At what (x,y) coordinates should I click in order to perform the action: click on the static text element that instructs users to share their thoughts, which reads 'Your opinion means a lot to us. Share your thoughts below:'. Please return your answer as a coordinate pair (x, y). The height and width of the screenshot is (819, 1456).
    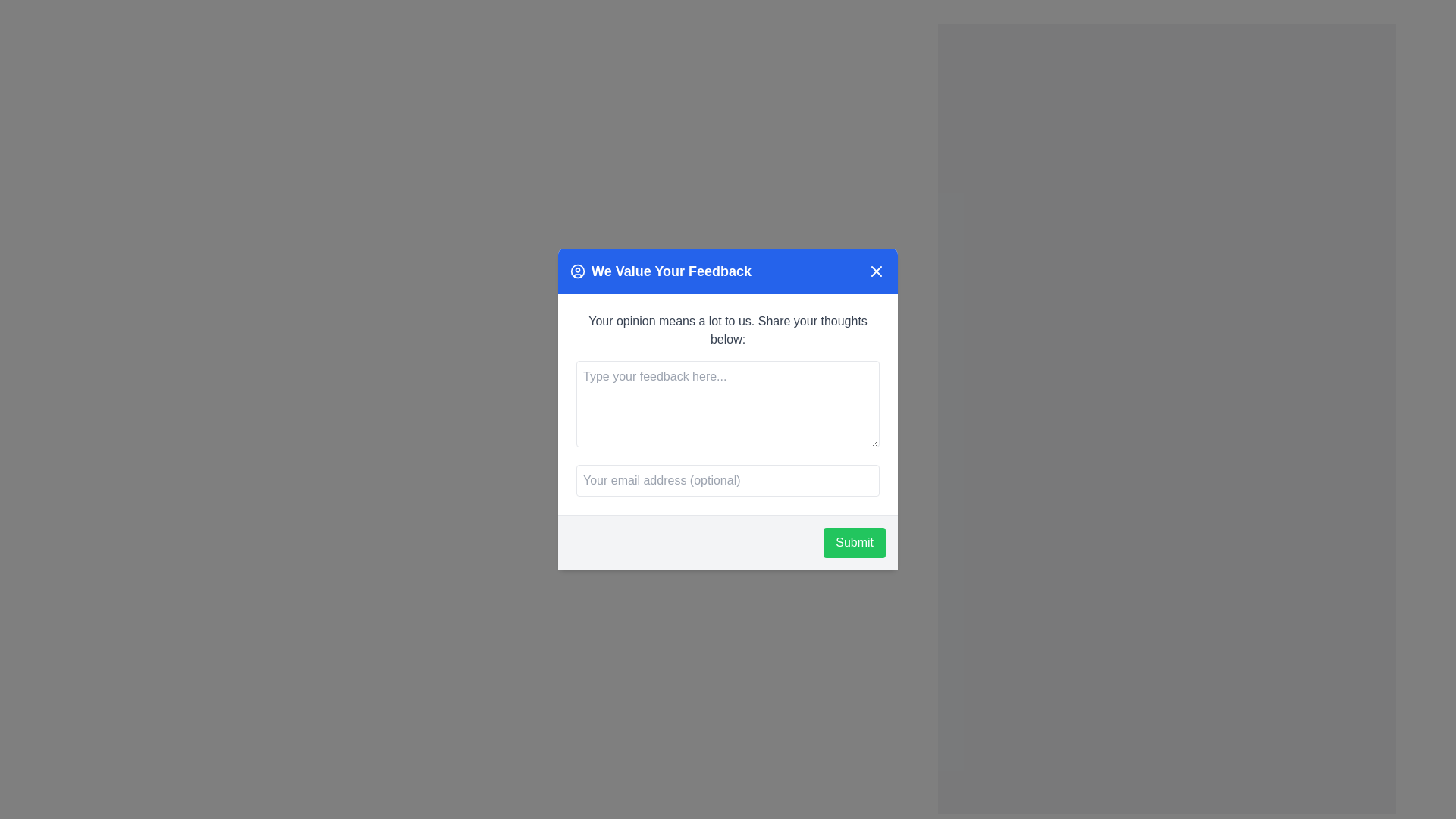
    Looking at the image, I should click on (728, 329).